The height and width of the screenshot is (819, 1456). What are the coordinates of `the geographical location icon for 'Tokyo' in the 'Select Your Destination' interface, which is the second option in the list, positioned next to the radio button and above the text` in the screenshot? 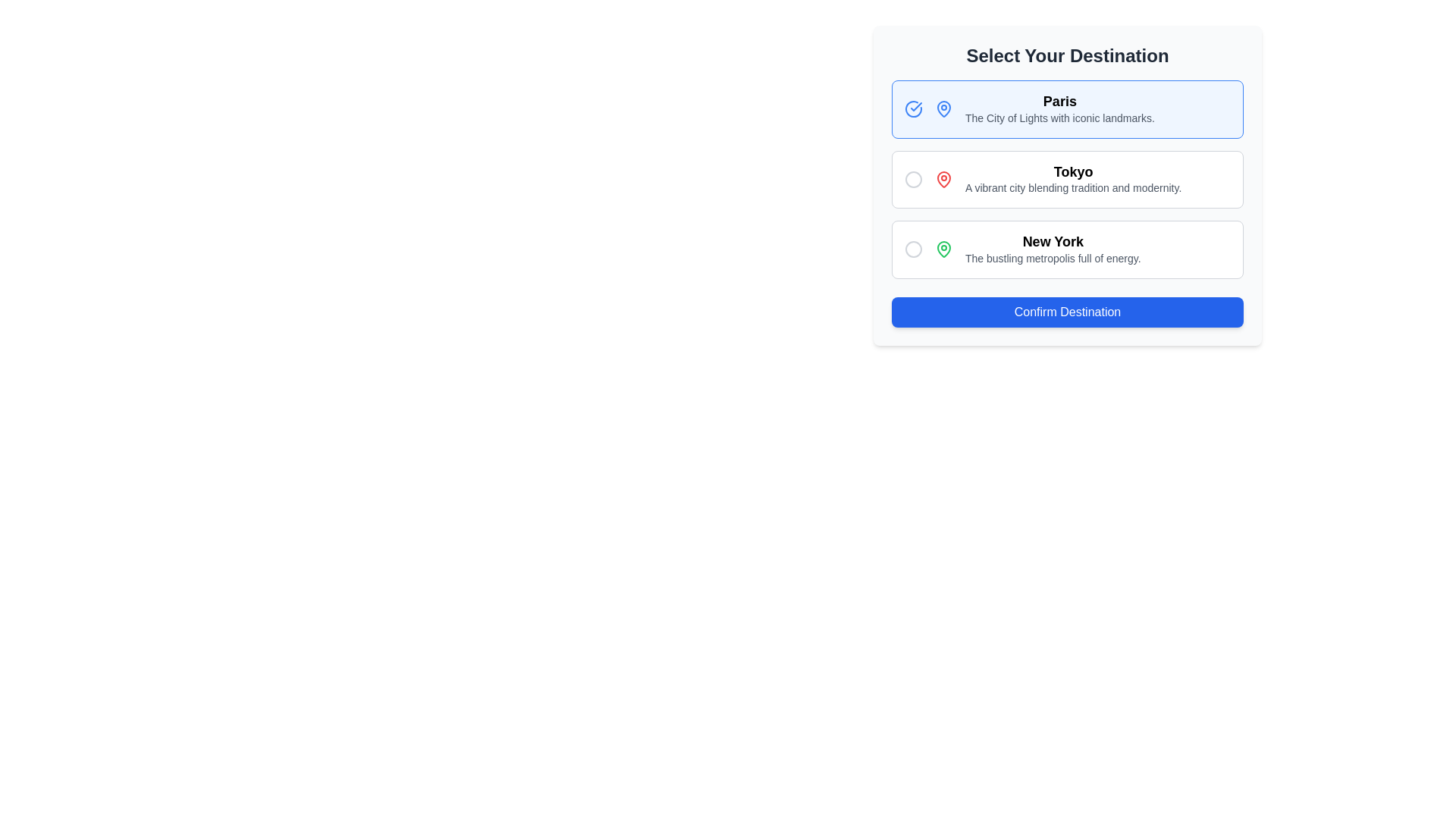 It's located at (943, 177).